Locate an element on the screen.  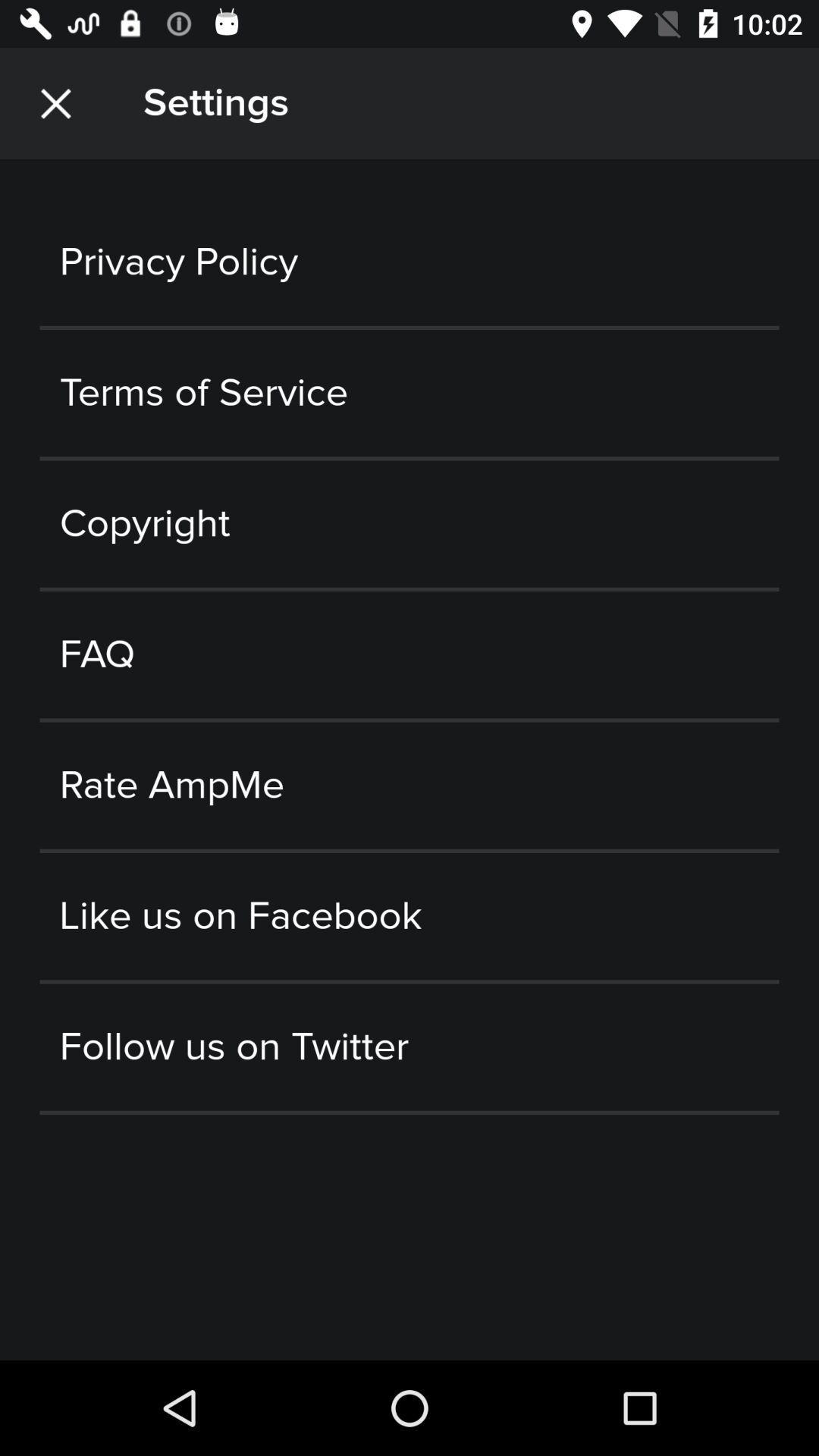
item next to settings icon is located at coordinates (55, 102).